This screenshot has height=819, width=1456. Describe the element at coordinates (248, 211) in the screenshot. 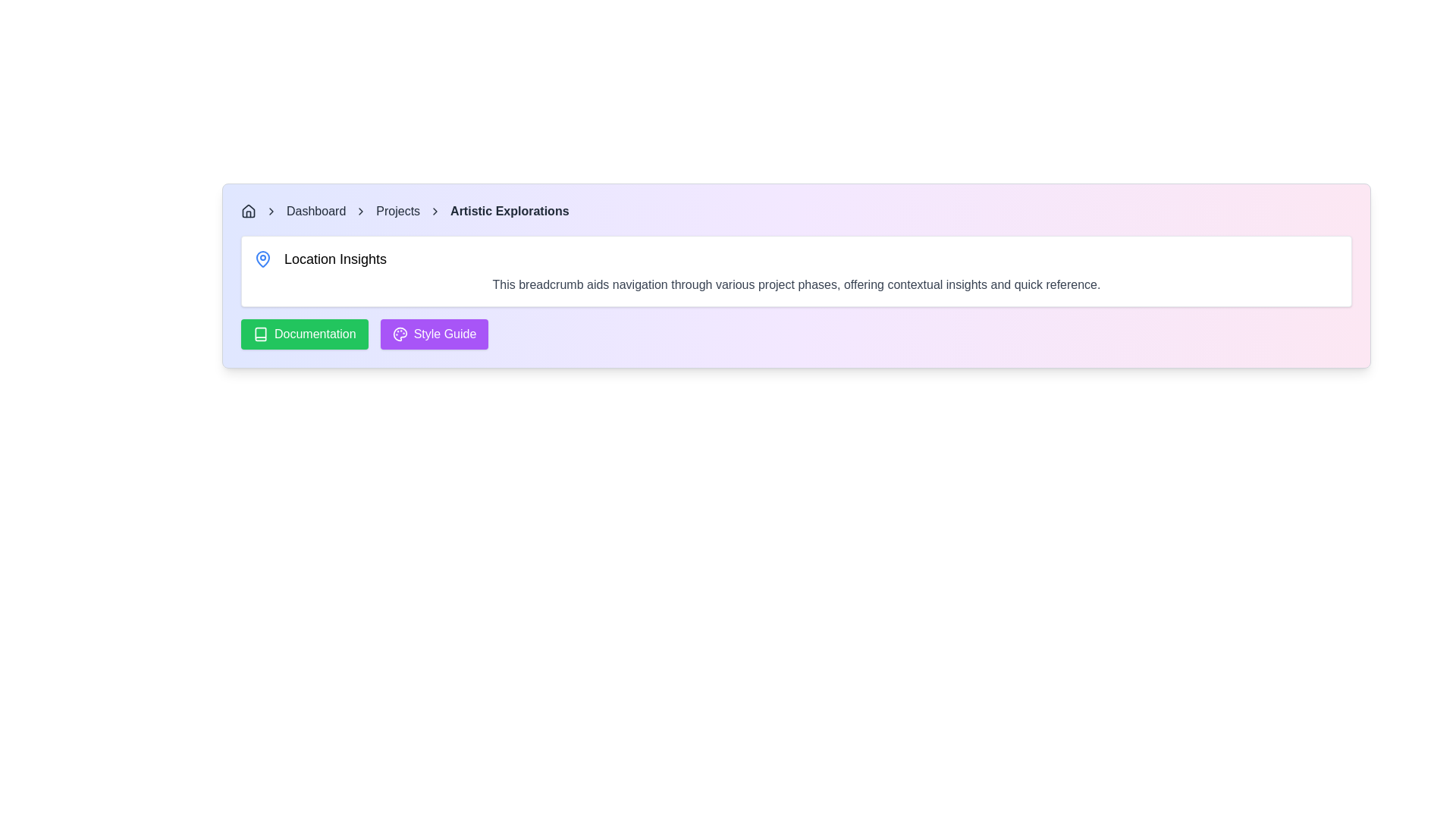

I see `the house icon in the breadcrumb navigation bar` at that location.